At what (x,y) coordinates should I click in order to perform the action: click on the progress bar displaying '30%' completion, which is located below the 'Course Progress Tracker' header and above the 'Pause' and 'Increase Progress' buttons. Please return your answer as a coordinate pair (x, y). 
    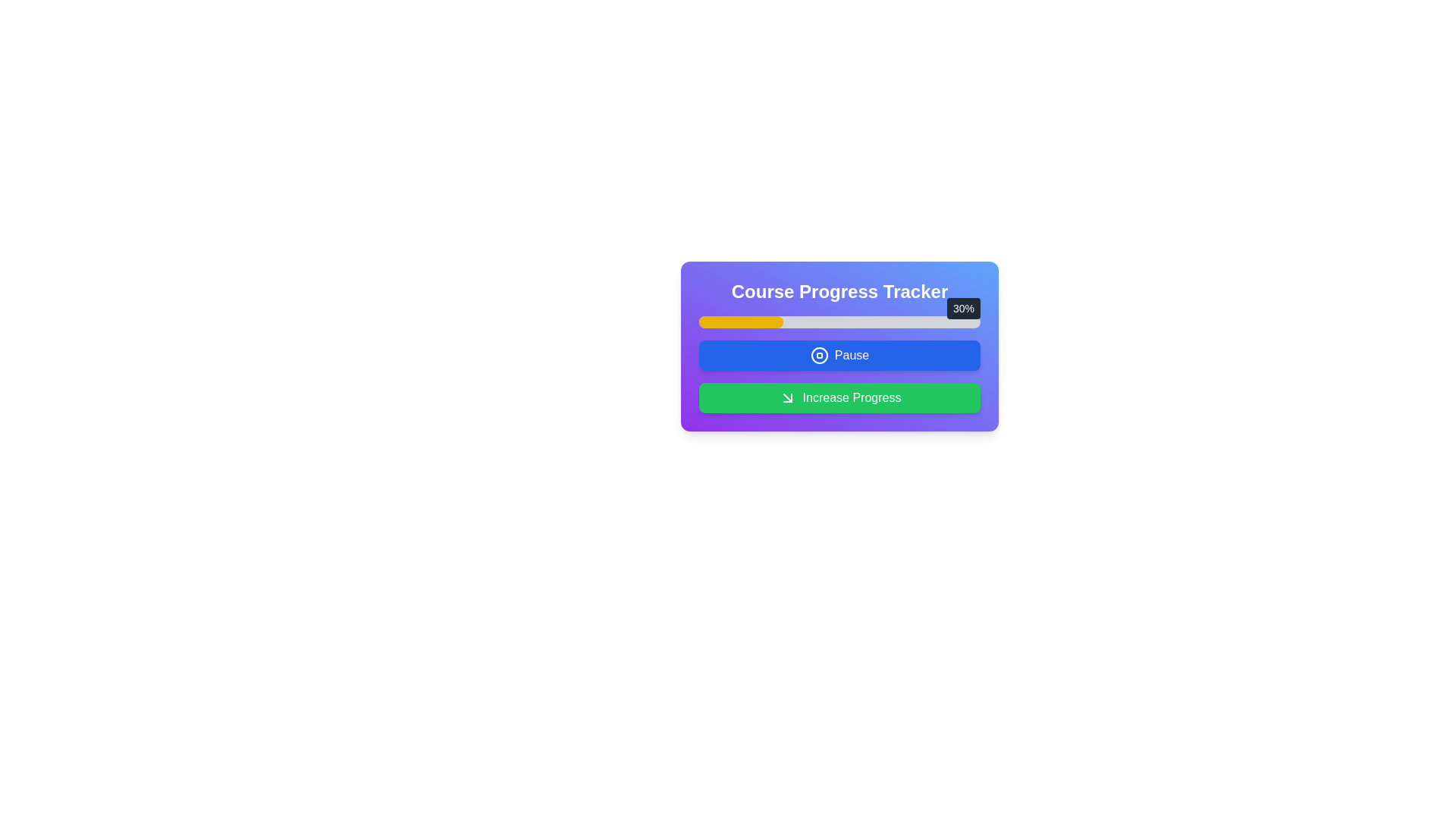
    Looking at the image, I should click on (839, 321).